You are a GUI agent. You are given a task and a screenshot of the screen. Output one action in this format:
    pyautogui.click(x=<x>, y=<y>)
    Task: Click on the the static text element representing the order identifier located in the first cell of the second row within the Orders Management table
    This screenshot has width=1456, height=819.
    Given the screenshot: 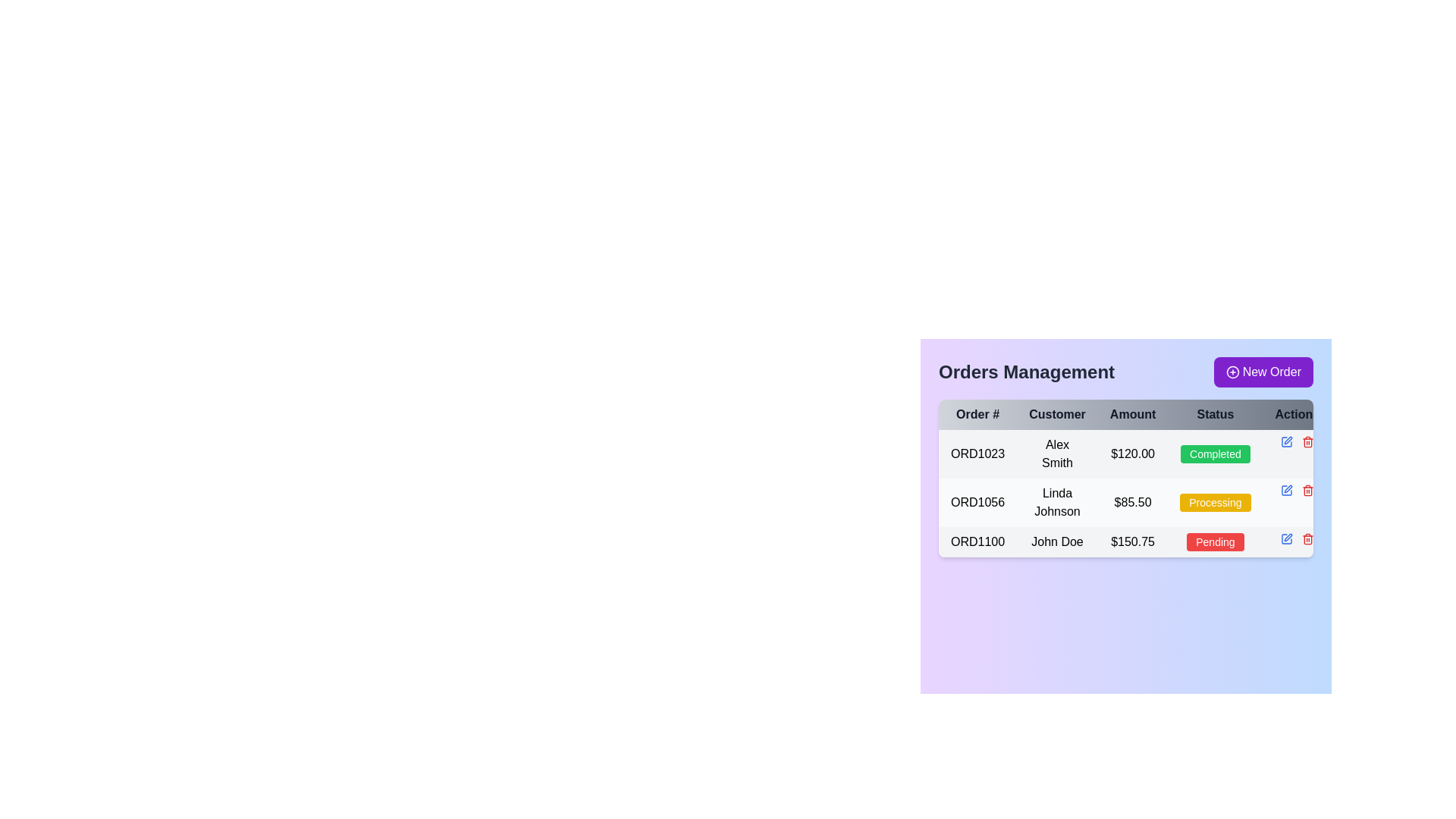 What is the action you would take?
    pyautogui.click(x=977, y=503)
    